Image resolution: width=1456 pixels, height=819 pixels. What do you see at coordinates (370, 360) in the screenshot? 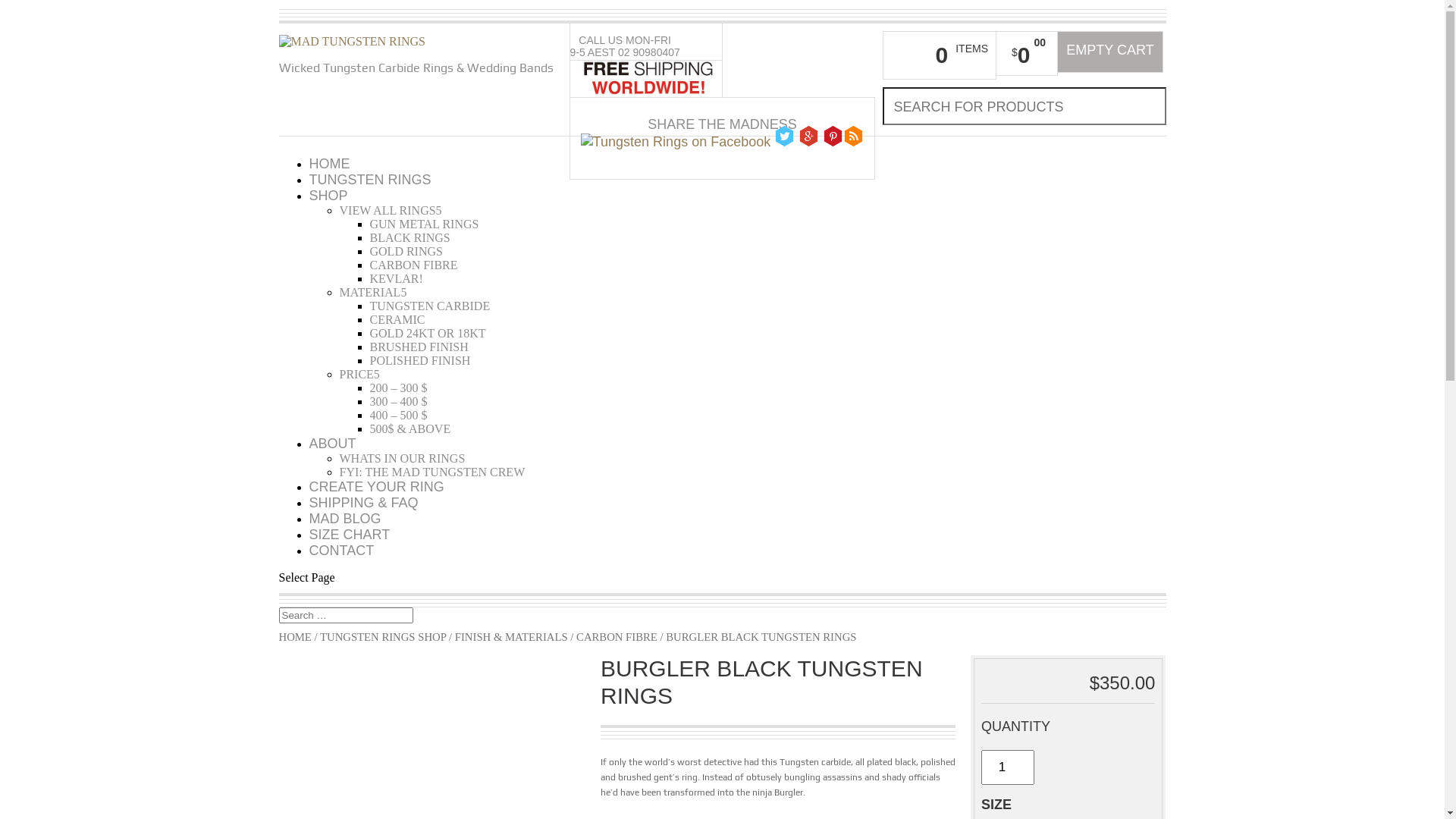
I see `'POLISHED FINISH'` at bounding box center [370, 360].